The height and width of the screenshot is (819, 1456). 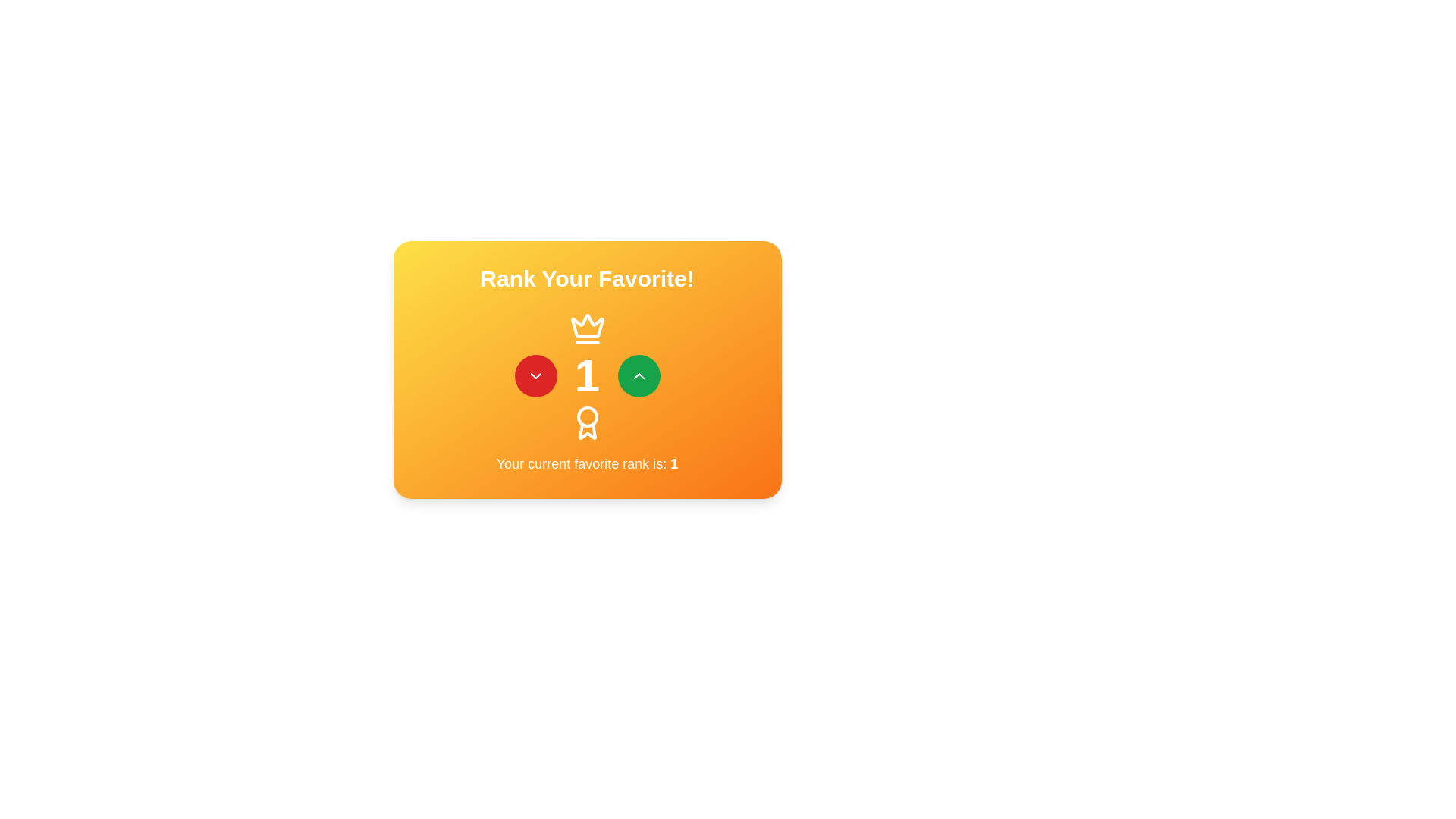 I want to click on the green circular button with a white upward-pointing chevron icon located to the right of the digit '1' to change its color, so click(x=639, y=375).